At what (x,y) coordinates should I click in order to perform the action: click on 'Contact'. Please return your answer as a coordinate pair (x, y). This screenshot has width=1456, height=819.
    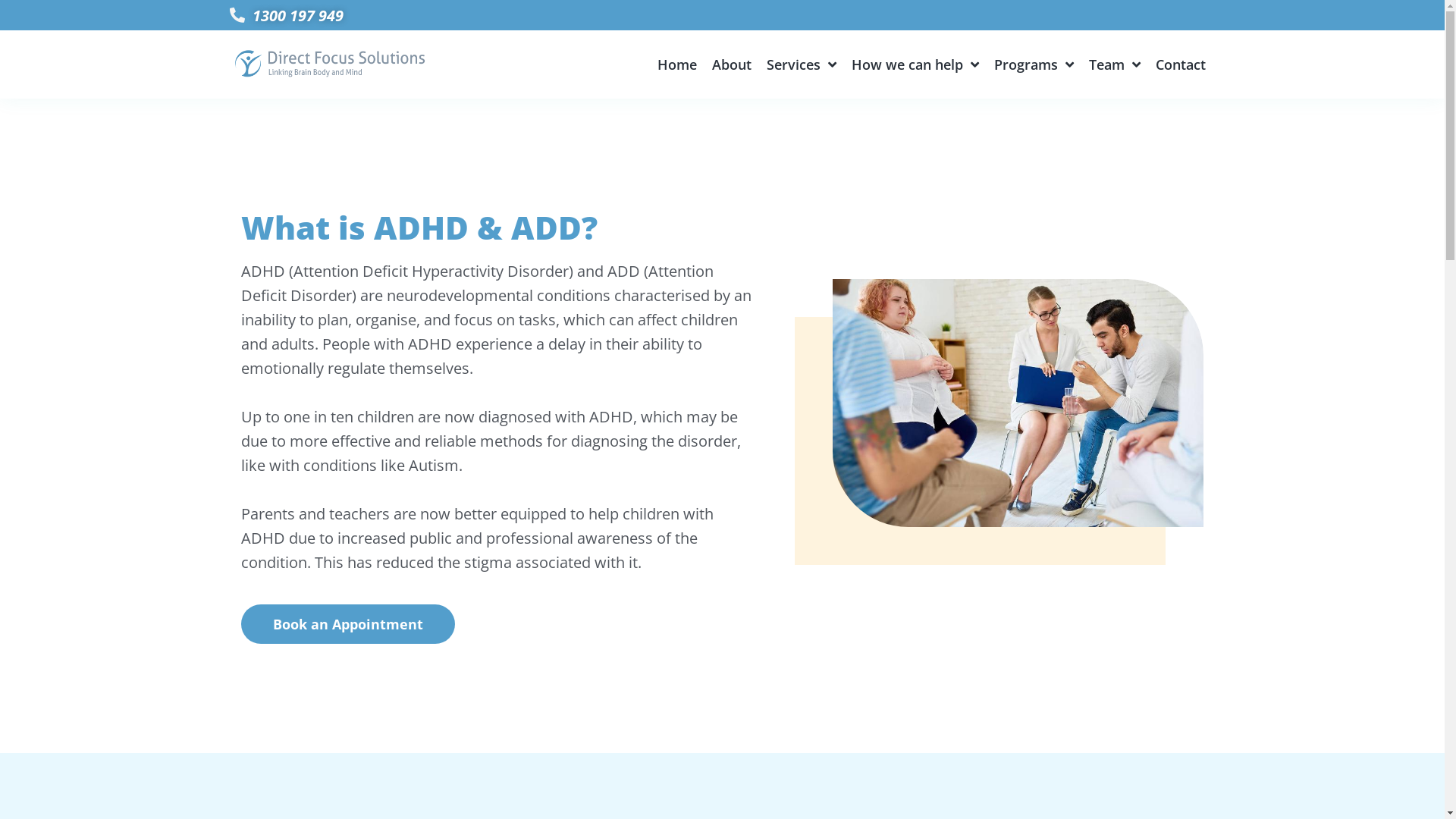
    Looking at the image, I should click on (1179, 63).